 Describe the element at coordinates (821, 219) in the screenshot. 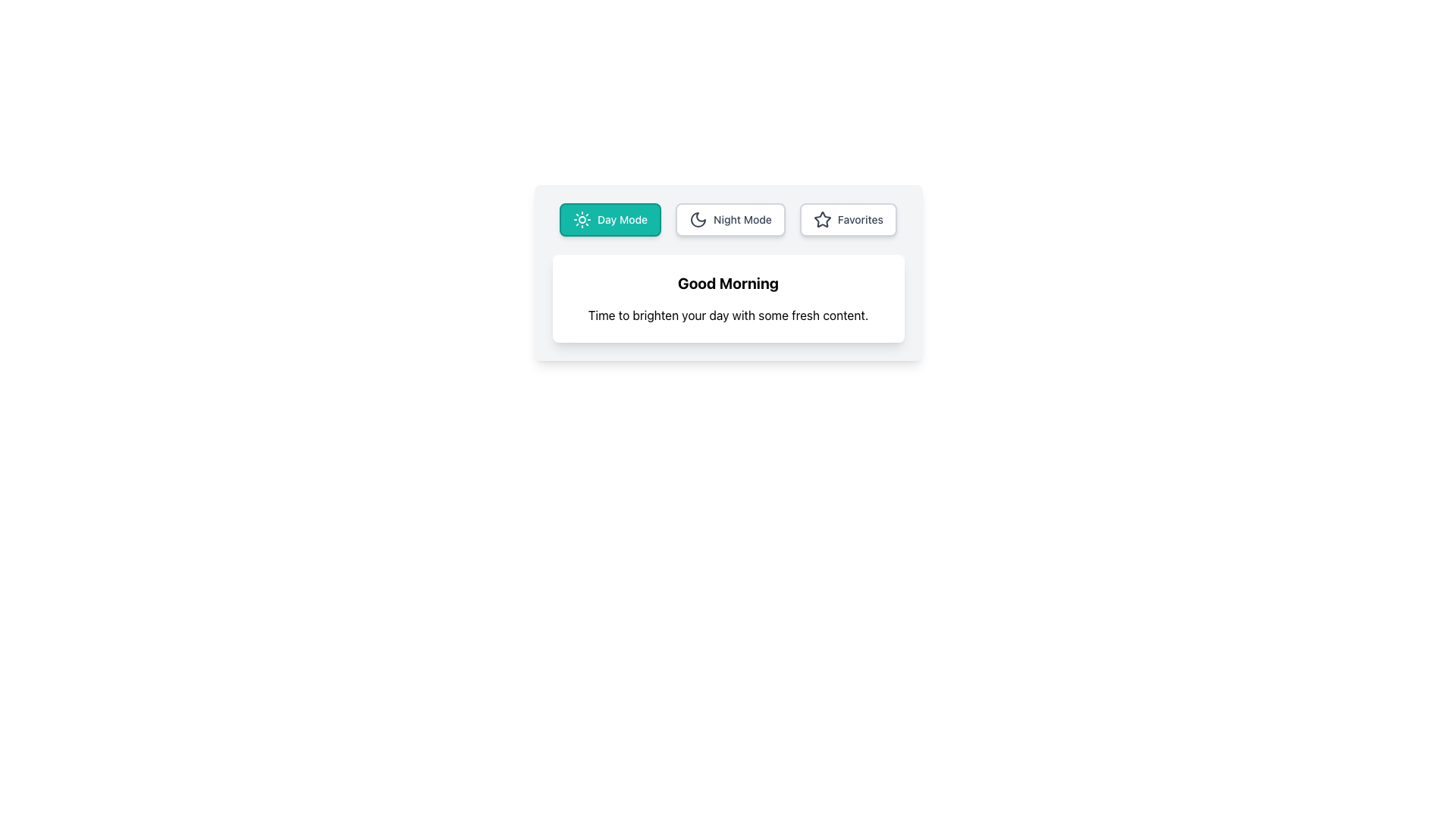

I see `the star-shaped icon within the 'Favorites' button, which is located in the top-right corner of a group of three buttons labeled 'Day Mode', 'Night Mode', and 'Favorites'` at that location.